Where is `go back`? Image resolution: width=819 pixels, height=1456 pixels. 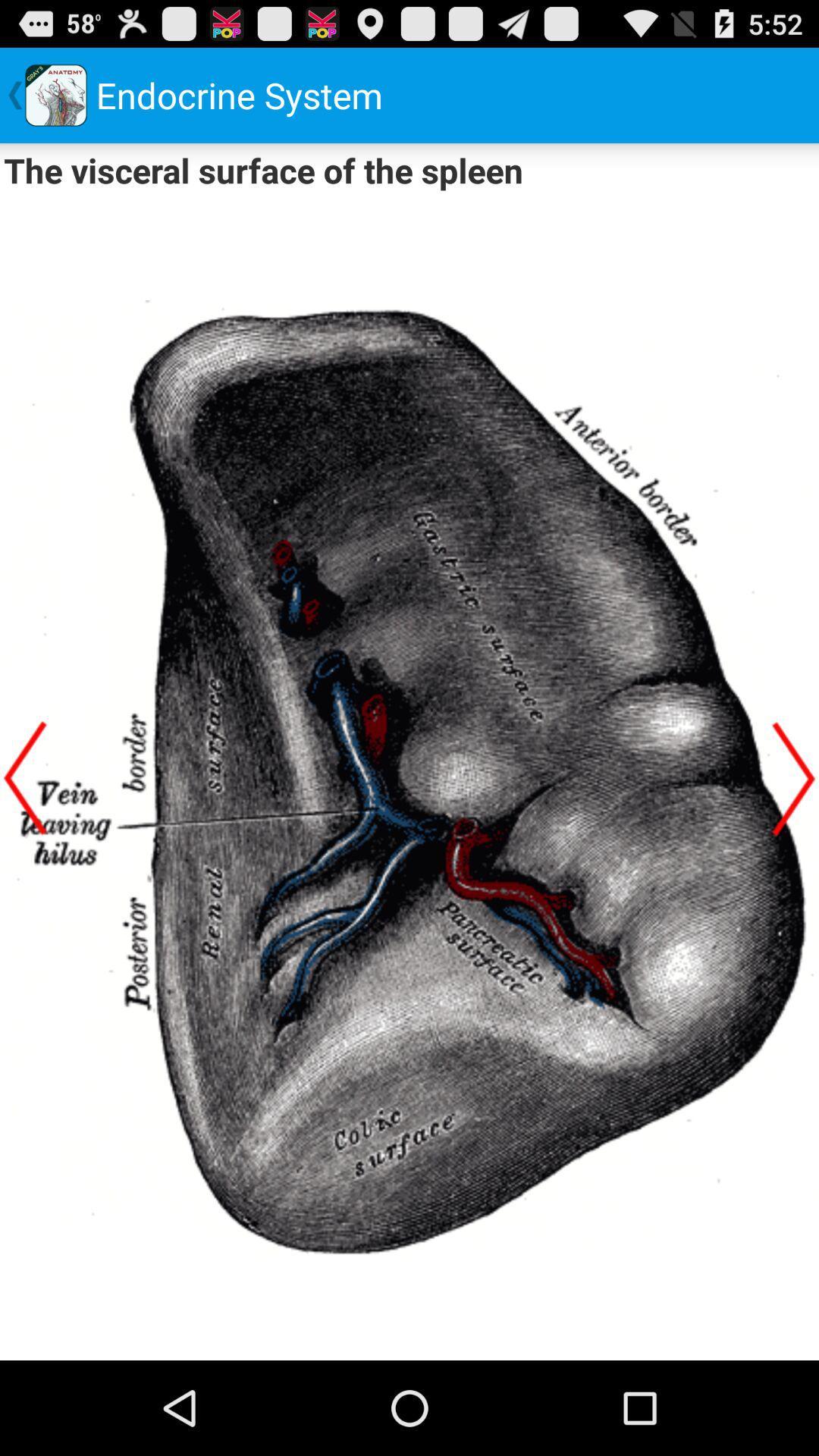 go back is located at coordinates (25, 778).